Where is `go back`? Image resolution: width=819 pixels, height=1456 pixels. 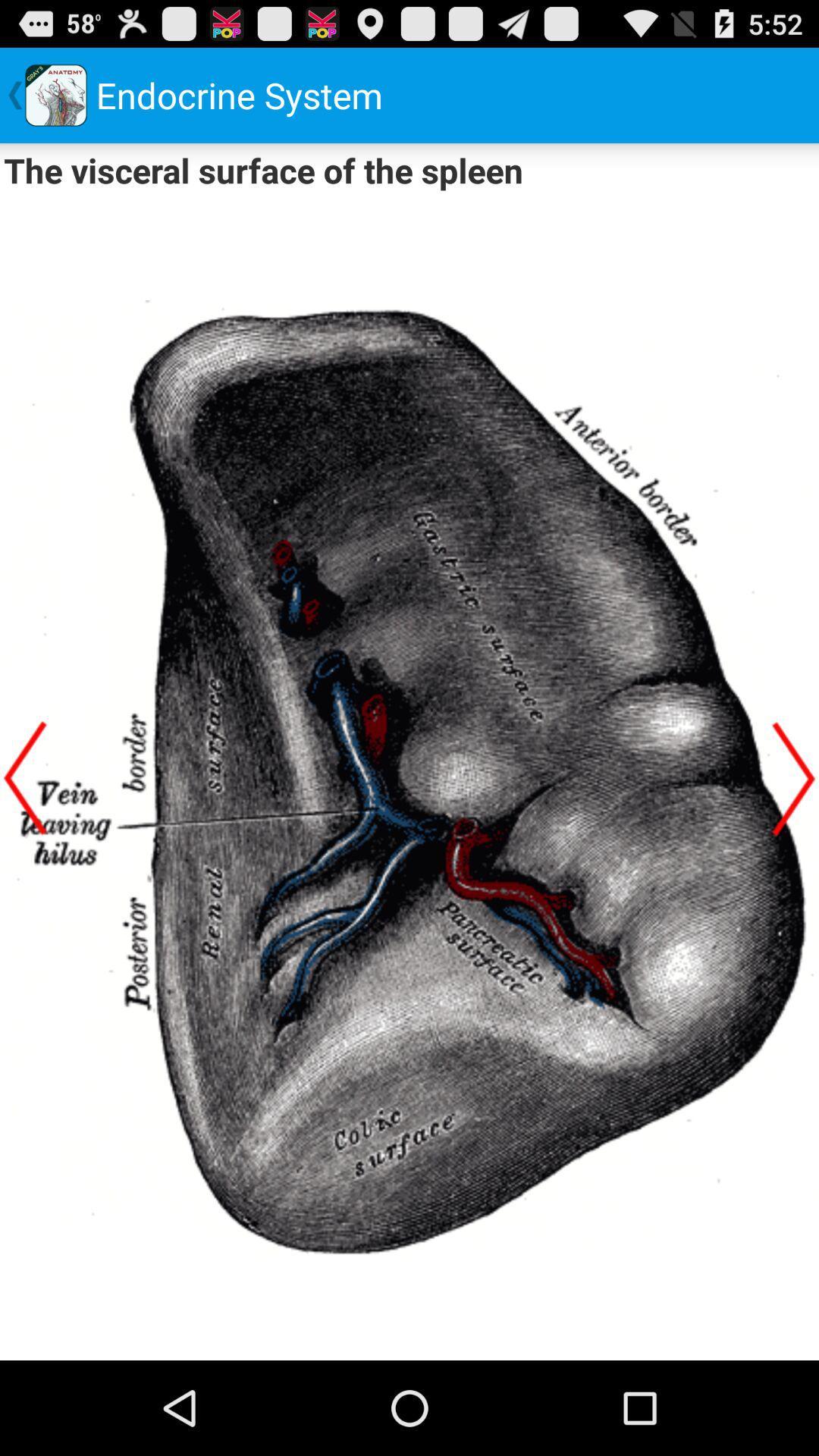 go back is located at coordinates (25, 778).